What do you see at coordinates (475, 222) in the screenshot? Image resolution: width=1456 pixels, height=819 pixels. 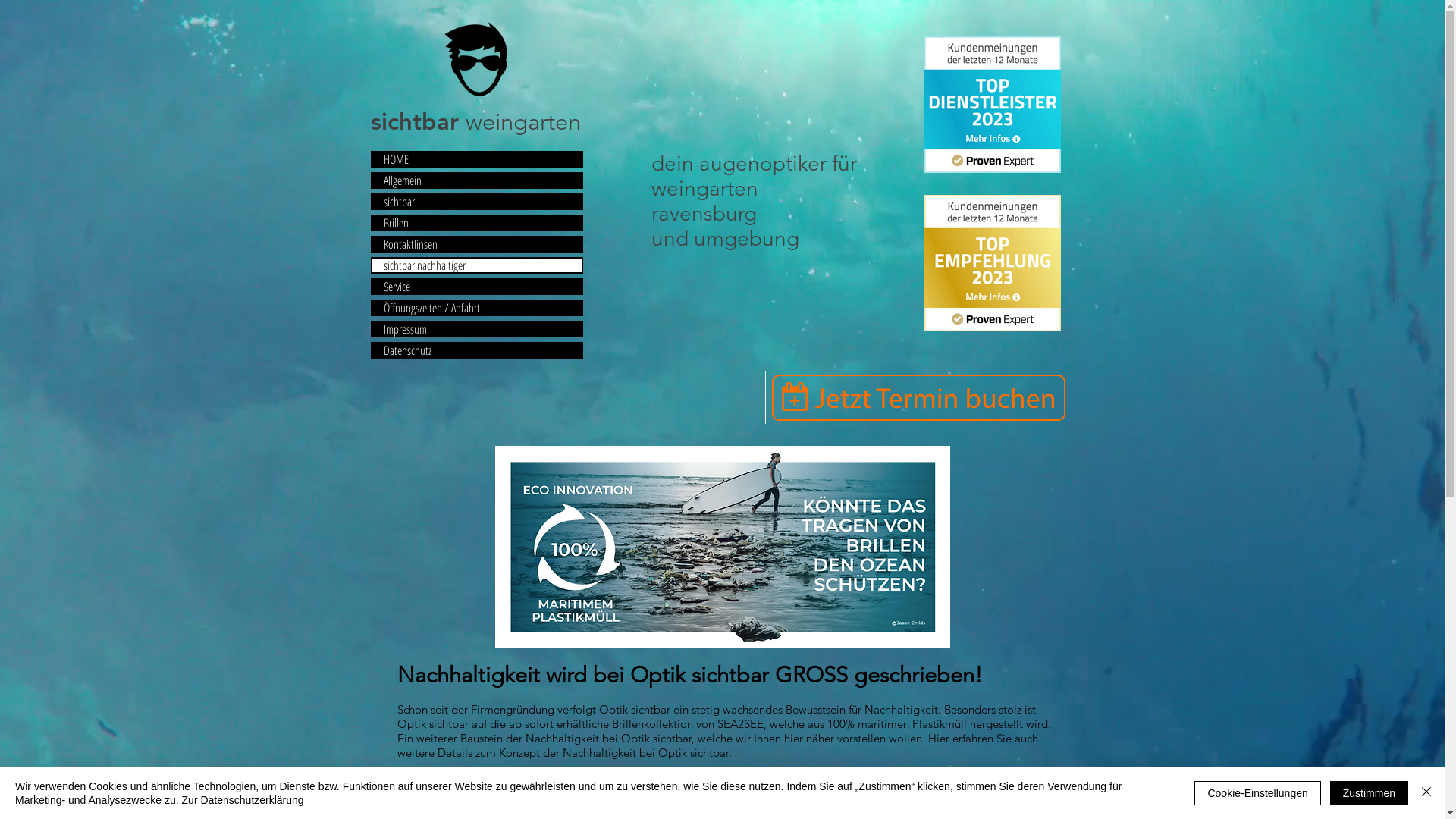 I see `'Brillen'` at bounding box center [475, 222].